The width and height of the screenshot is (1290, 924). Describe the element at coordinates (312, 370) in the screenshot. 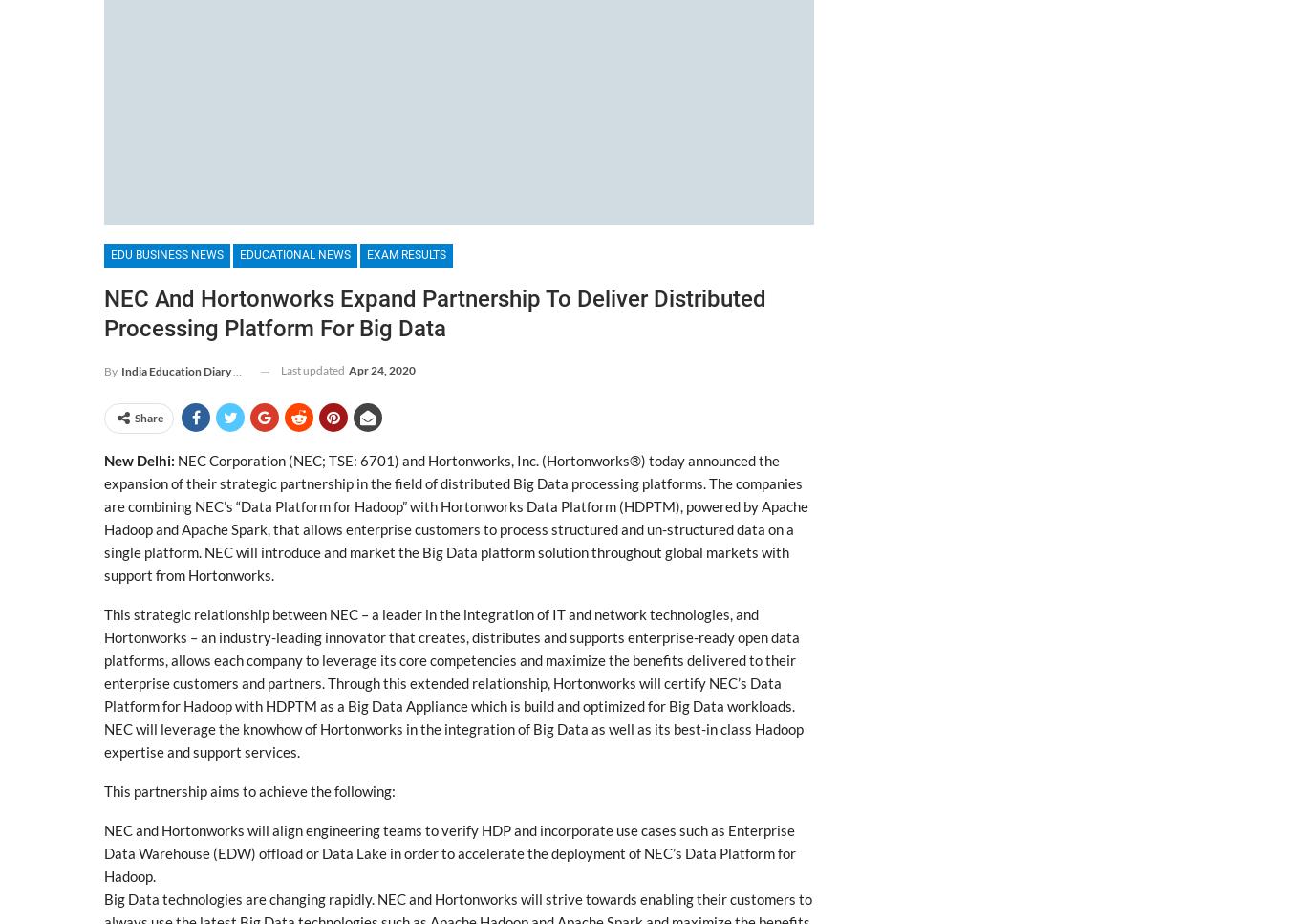

I see `'Last updated'` at that location.